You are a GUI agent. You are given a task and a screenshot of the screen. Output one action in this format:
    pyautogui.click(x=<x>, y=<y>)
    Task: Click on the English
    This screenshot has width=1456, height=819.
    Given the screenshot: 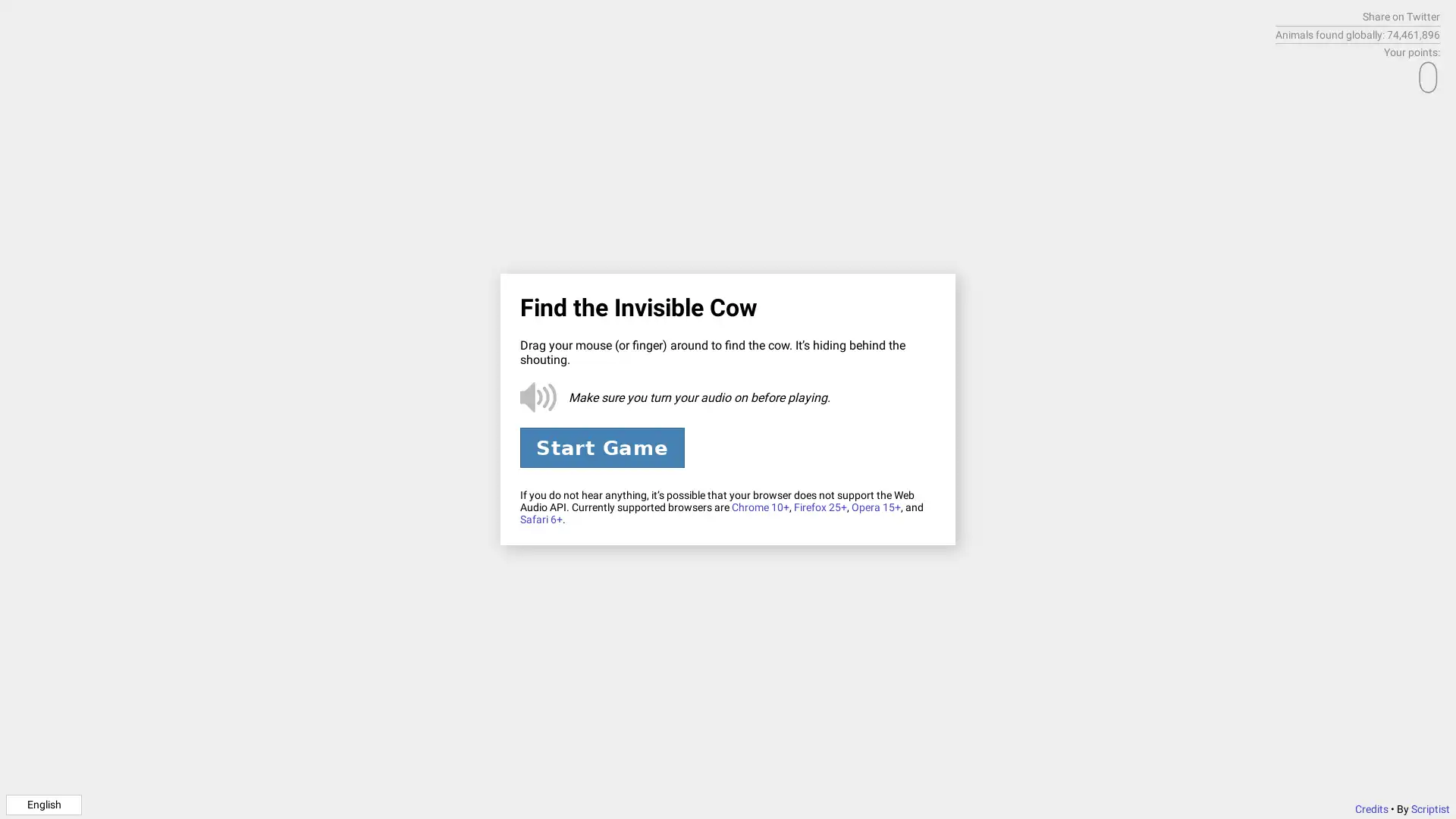 What is the action you would take?
    pyautogui.click(x=43, y=803)
    